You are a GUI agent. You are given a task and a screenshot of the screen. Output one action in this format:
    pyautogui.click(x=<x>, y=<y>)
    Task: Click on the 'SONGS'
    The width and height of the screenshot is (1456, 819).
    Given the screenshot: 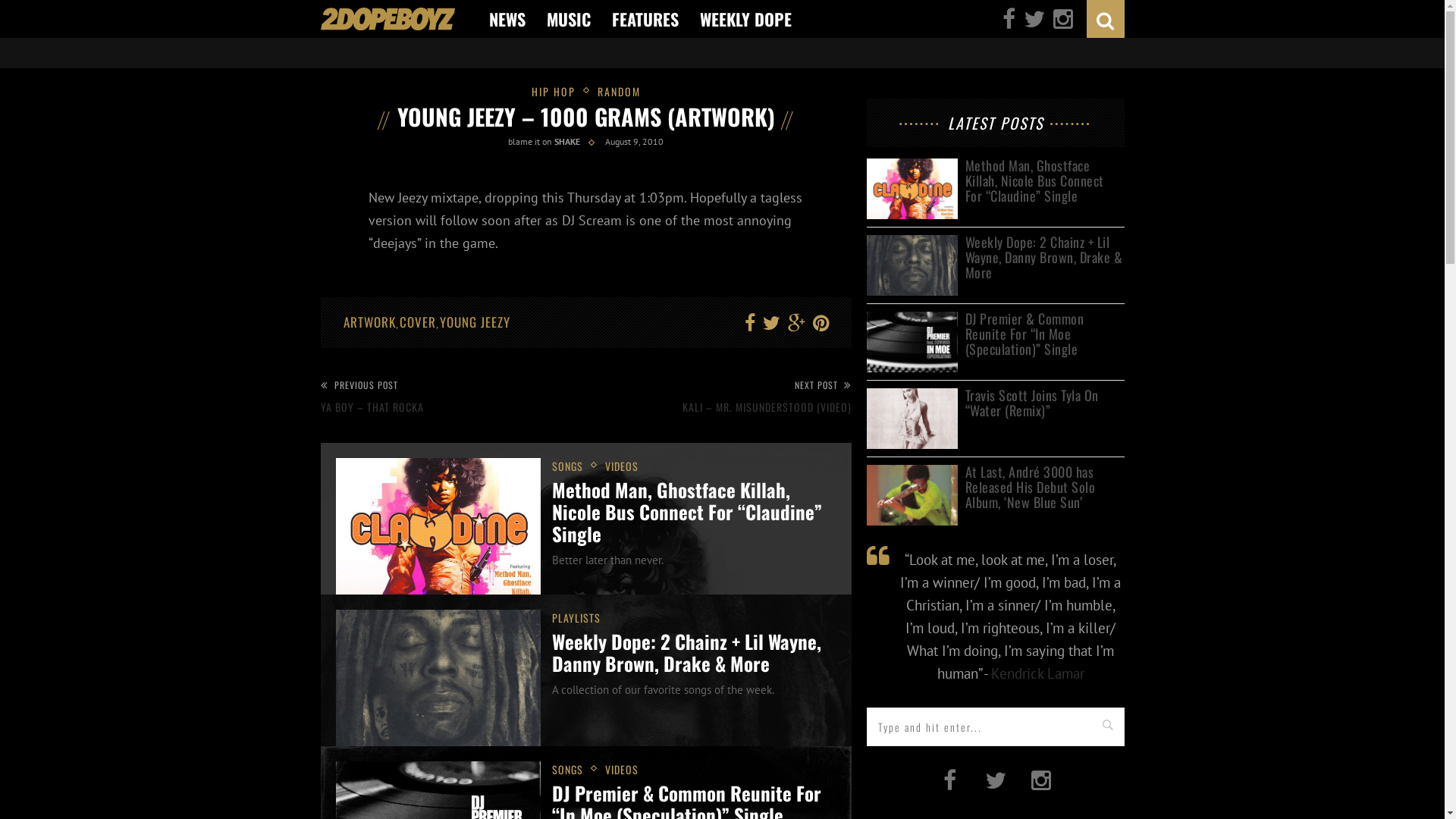 What is the action you would take?
    pyautogui.click(x=573, y=465)
    